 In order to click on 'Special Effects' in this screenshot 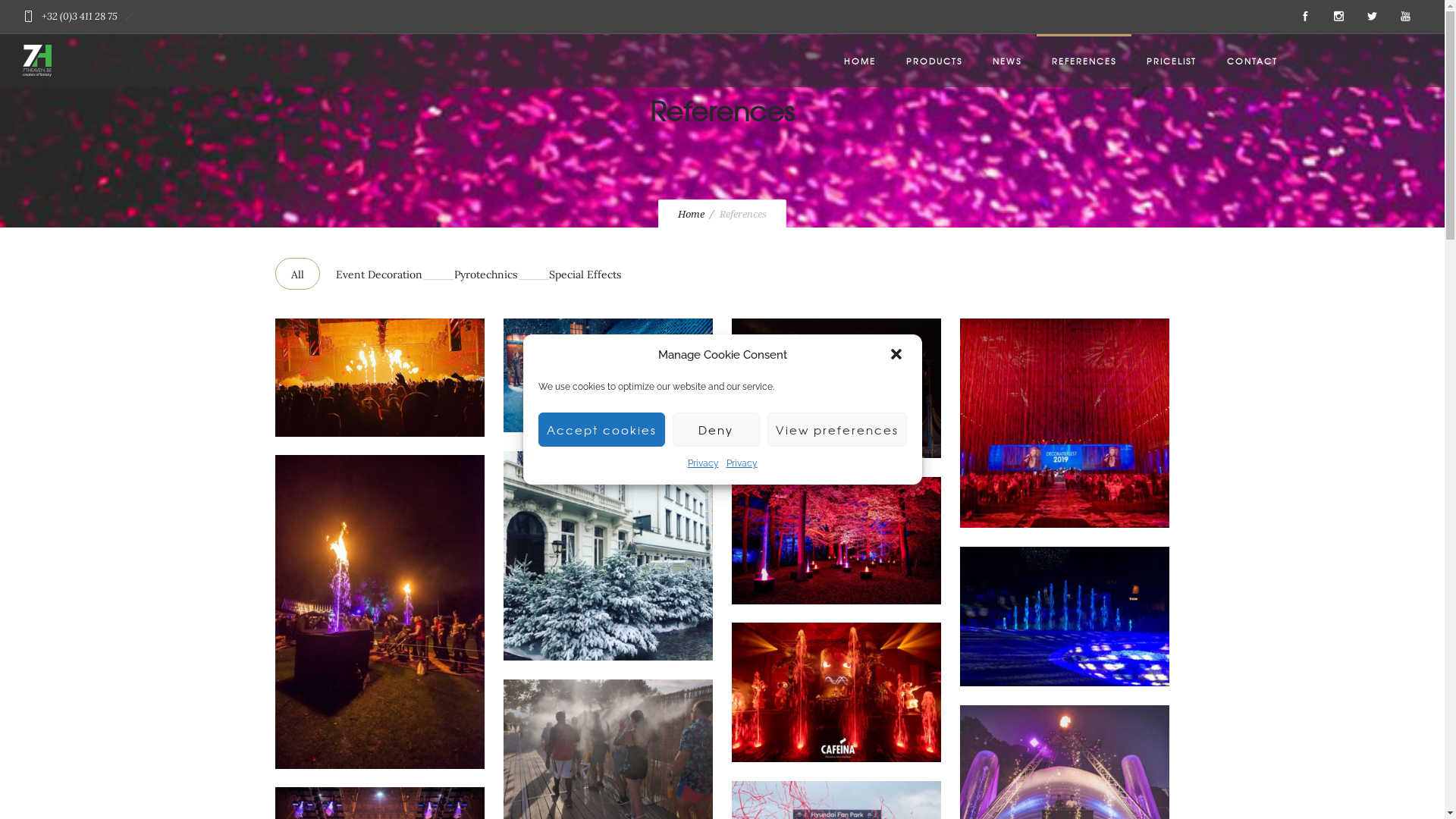, I will do `click(583, 274)`.